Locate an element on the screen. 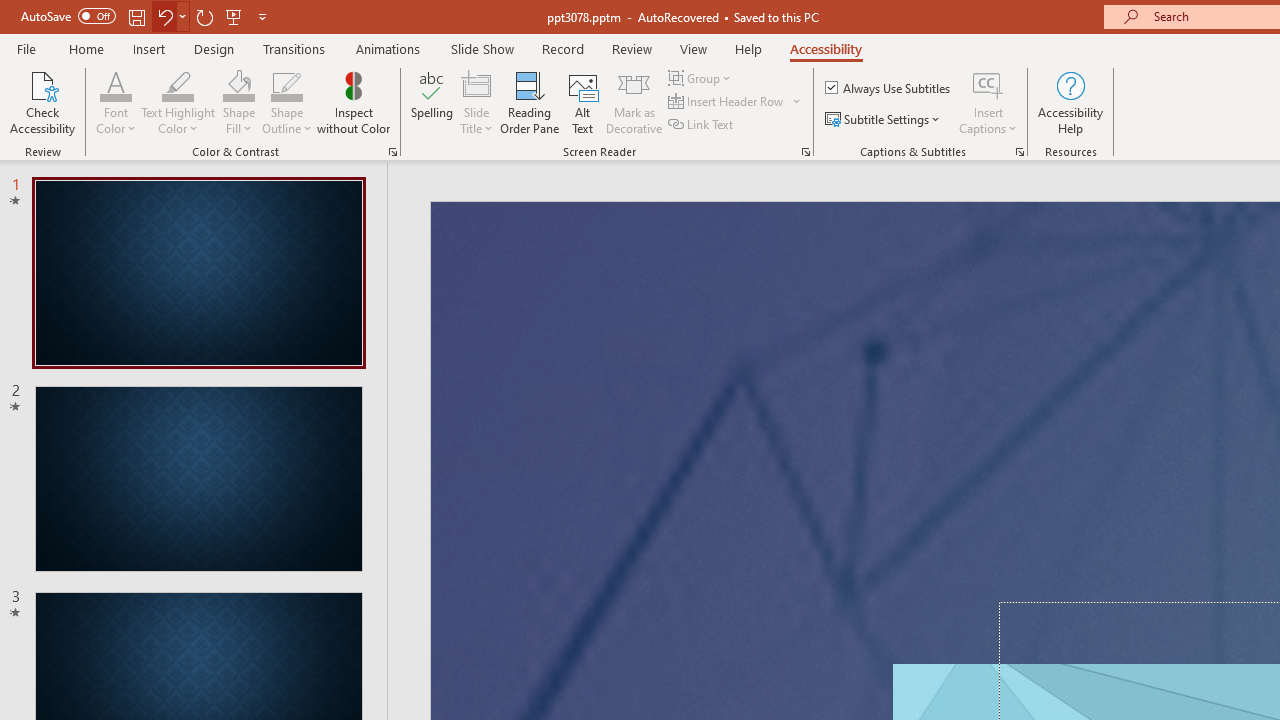 Image resolution: width=1280 pixels, height=720 pixels. 'Shape Outline' is located at coordinates (286, 84).